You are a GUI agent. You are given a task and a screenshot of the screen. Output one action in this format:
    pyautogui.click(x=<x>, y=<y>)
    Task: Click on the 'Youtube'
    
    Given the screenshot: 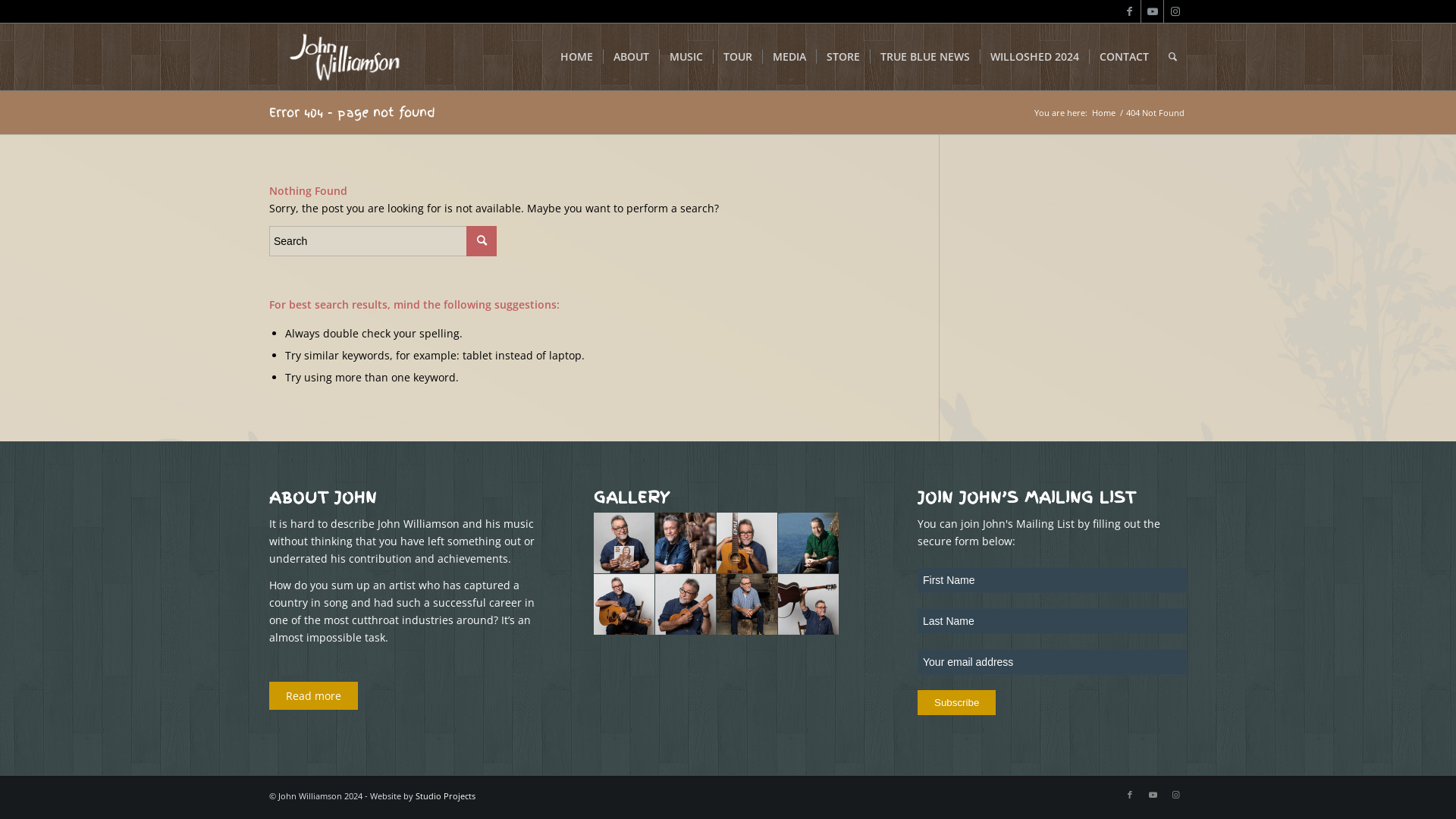 What is the action you would take?
    pyautogui.click(x=1152, y=11)
    